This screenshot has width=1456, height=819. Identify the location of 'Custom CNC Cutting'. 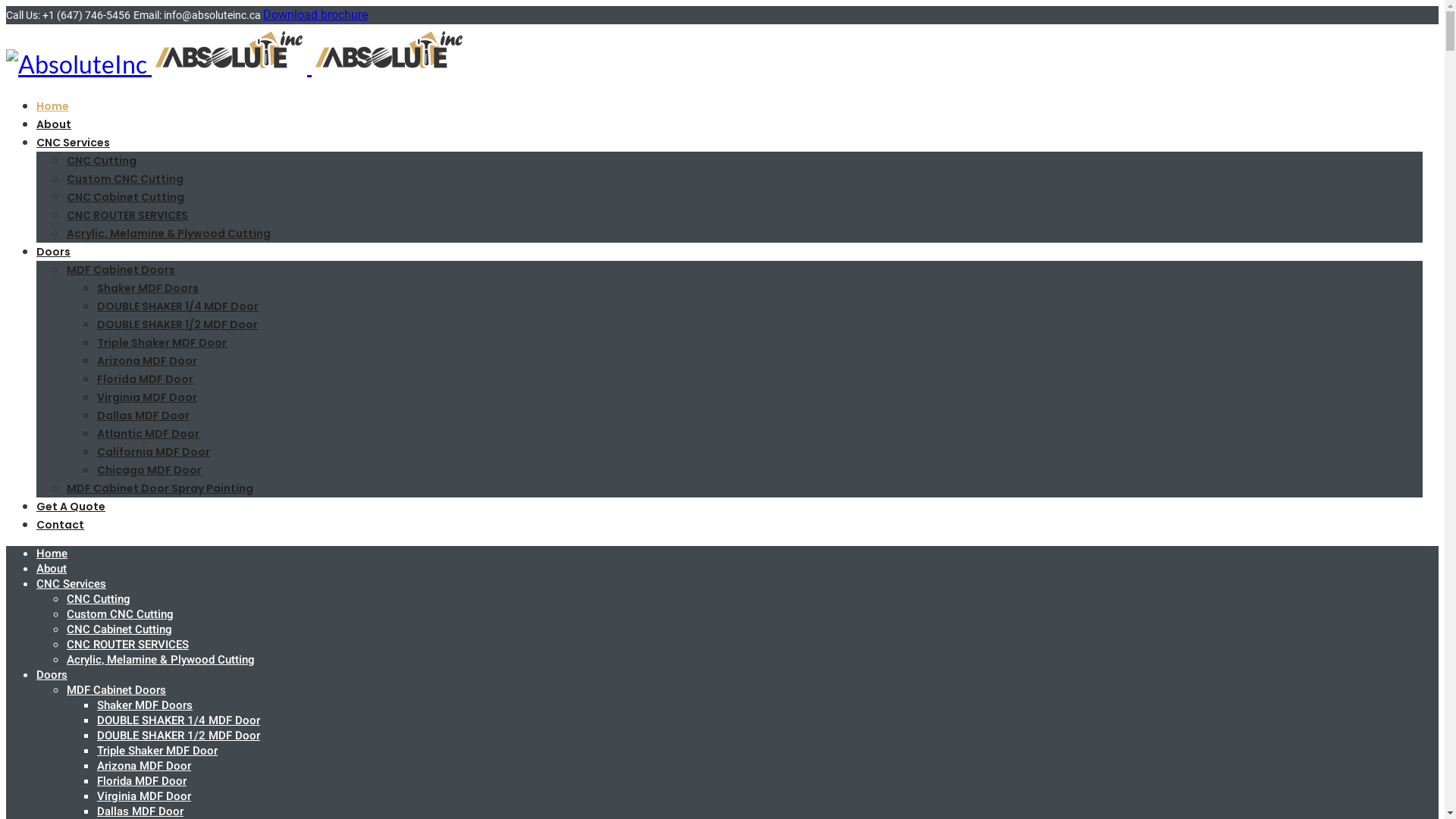
(124, 177).